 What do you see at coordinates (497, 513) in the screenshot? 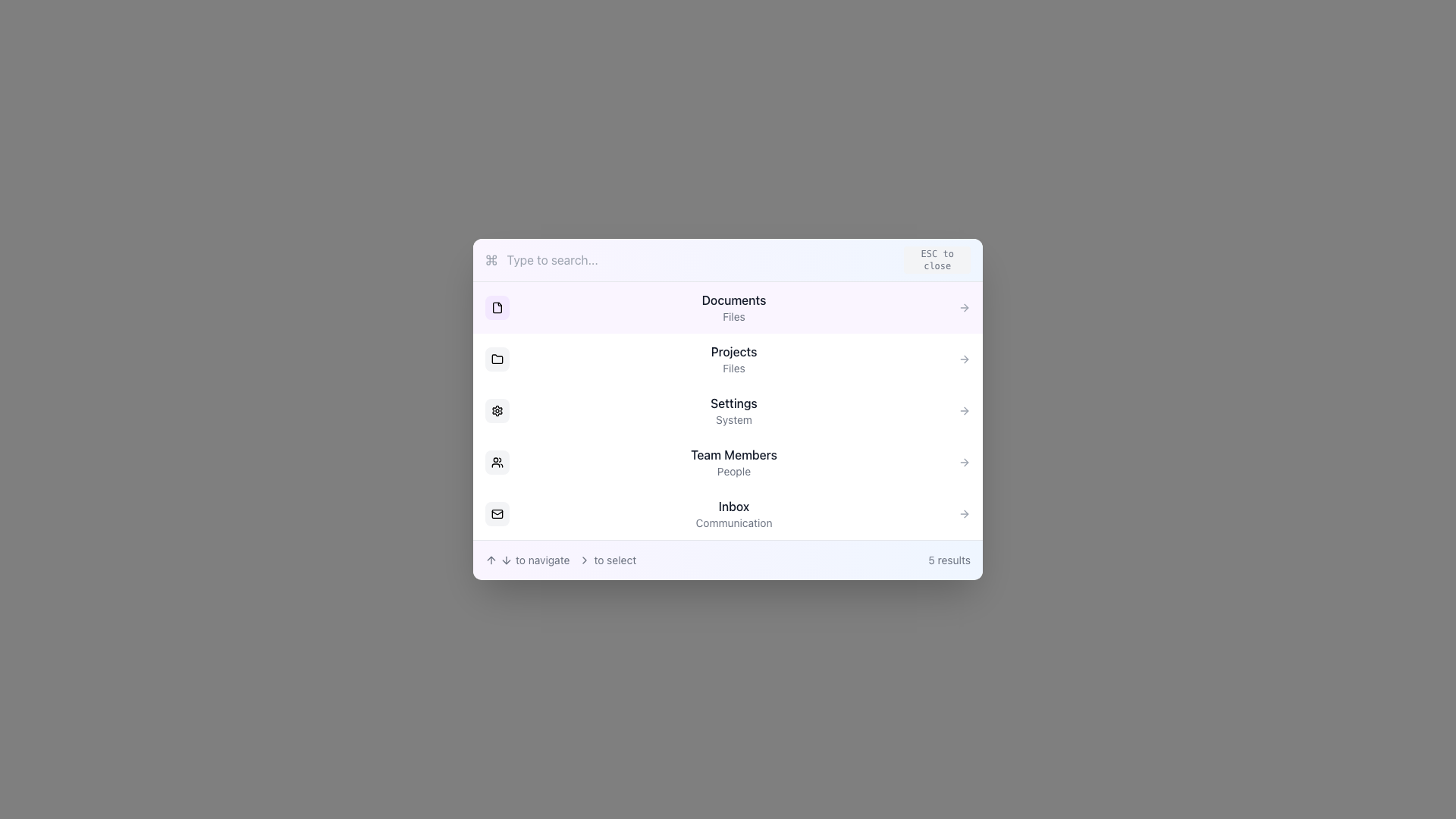
I see `the mail icon located to the left of the 'Inbox' text label in the dropdown menu` at bounding box center [497, 513].